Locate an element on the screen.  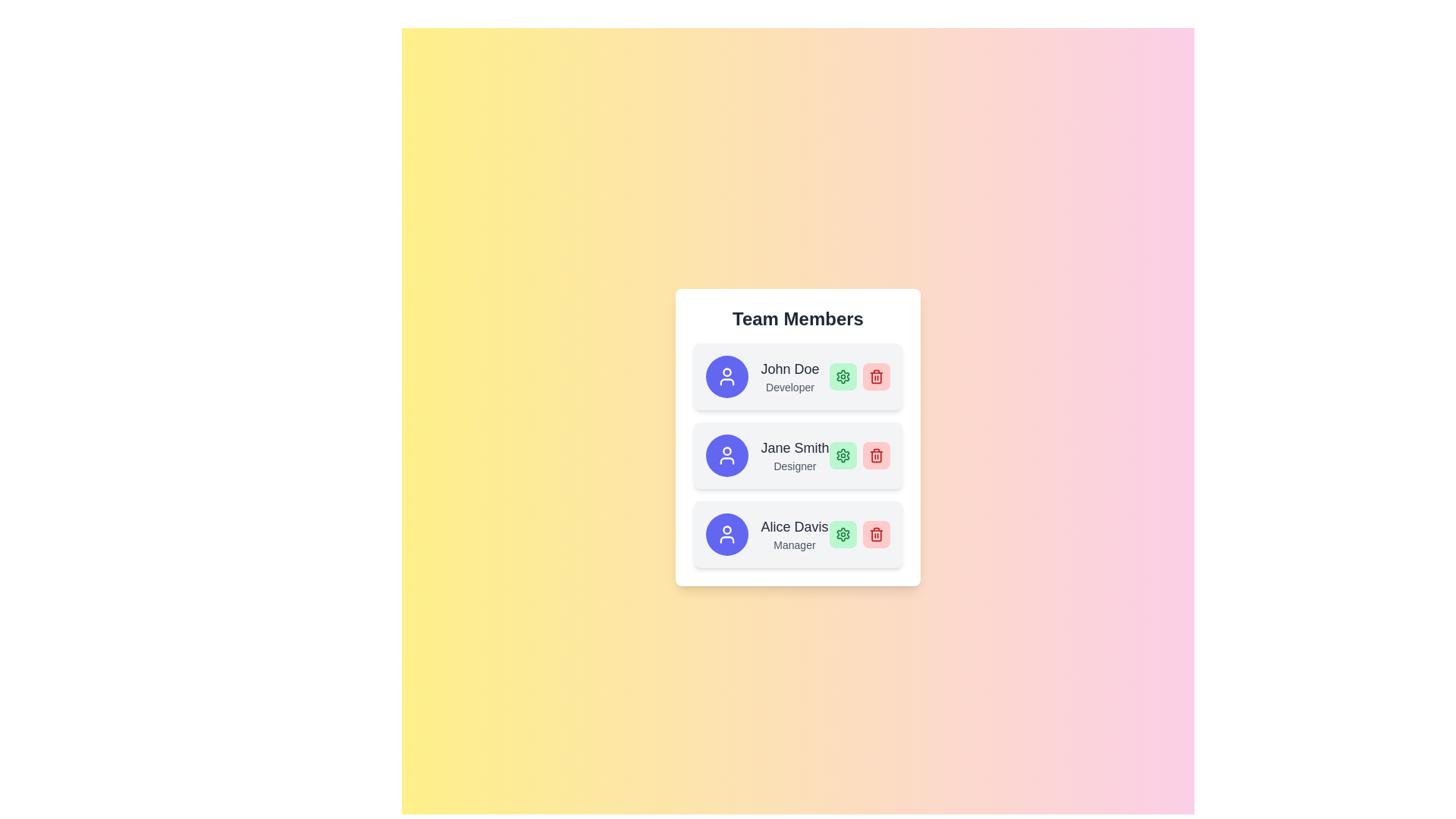
the text label displaying 'Alice Davis', which is styled with a larger font size and bold appearance, located in the lower section of the card in the 'Team Members' list is located at coordinates (793, 526).